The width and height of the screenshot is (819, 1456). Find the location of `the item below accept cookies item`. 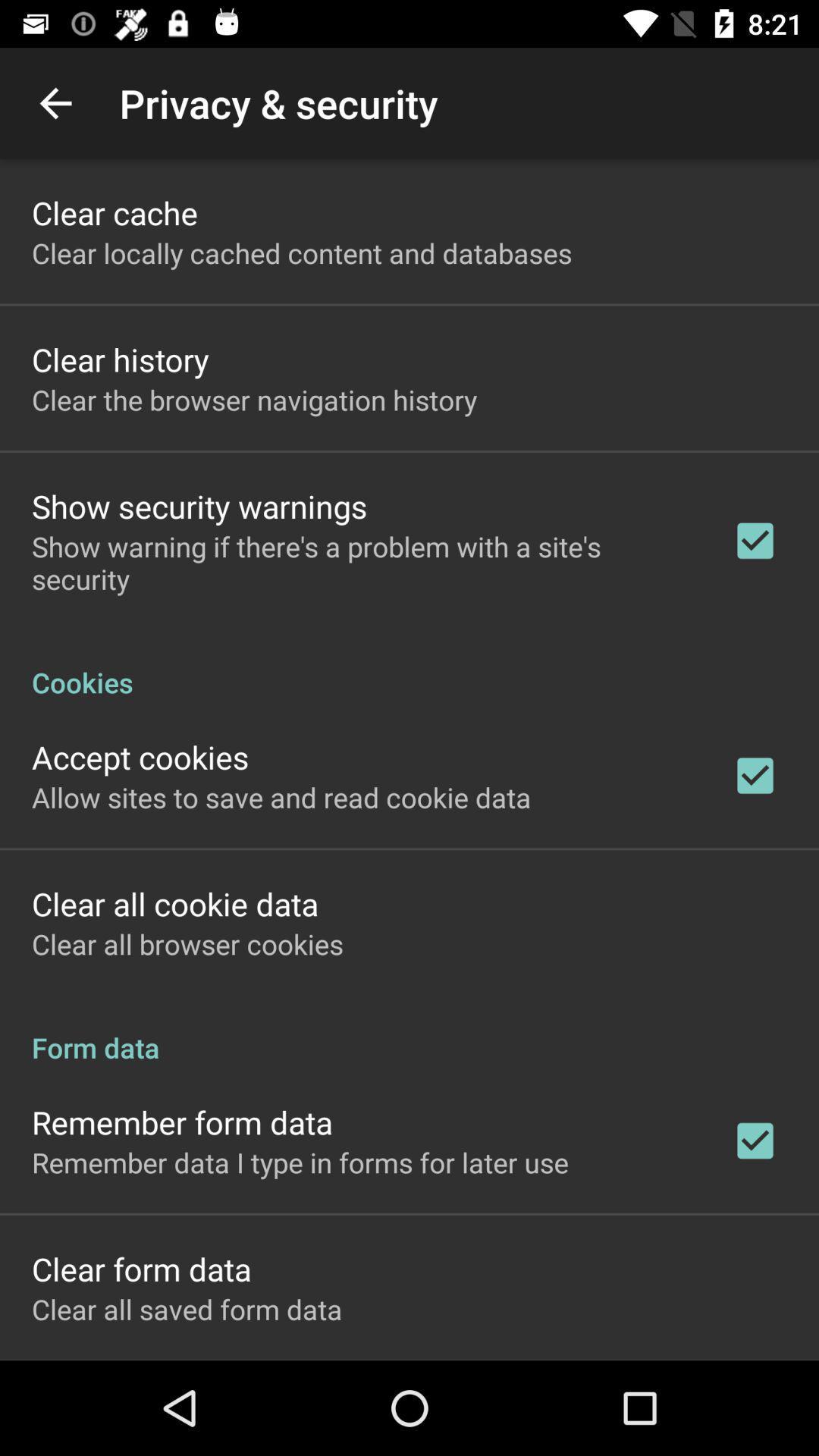

the item below accept cookies item is located at coordinates (281, 796).